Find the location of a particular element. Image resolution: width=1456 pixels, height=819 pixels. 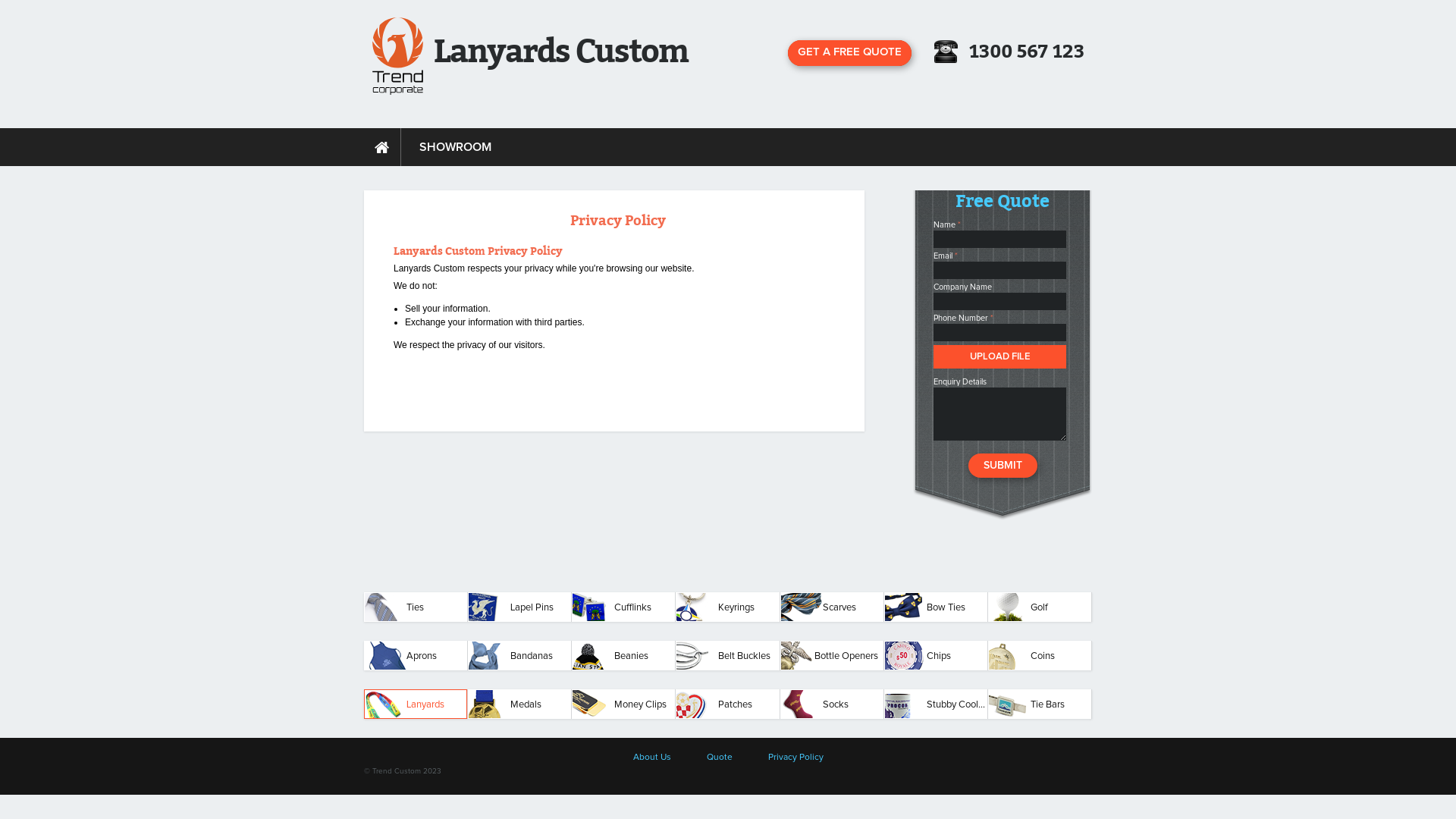

'Golf' is located at coordinates (1039, 606).